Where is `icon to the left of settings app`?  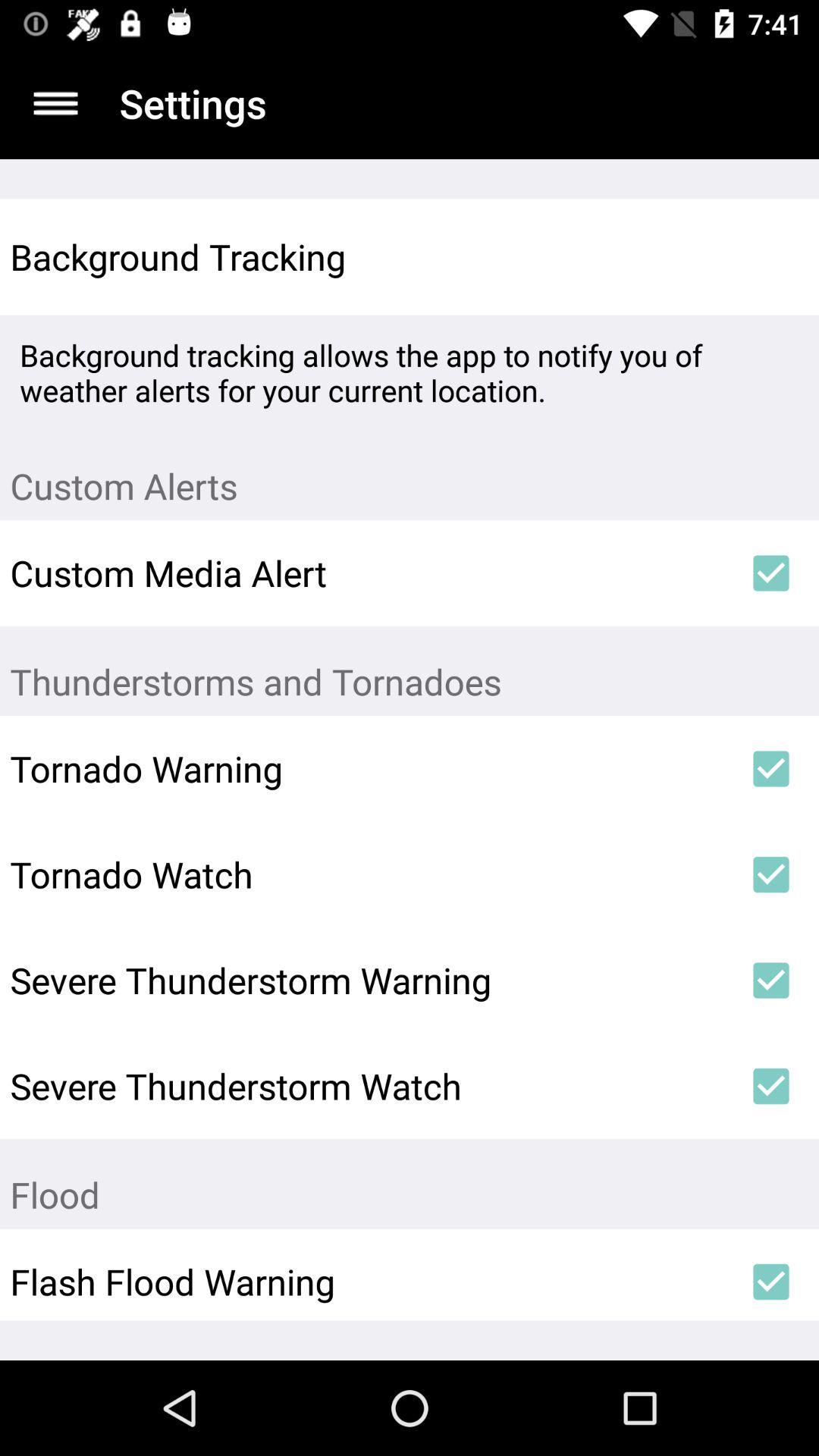
icon to the left of settings app is located at coordinates (55, 102).